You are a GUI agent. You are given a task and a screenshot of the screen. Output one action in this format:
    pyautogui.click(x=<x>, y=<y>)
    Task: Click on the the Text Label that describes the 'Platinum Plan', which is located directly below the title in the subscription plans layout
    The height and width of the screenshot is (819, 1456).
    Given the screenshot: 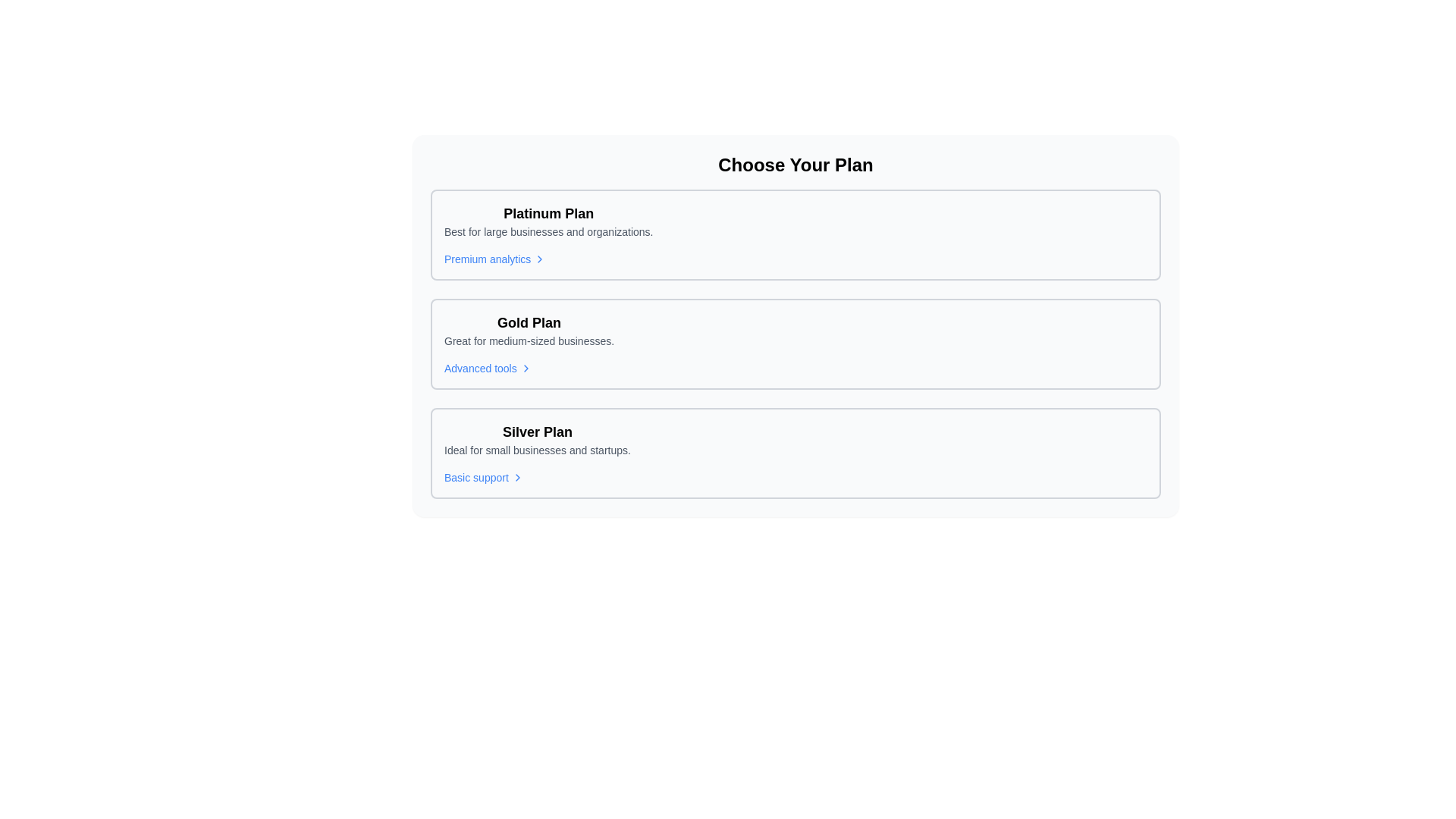 What is the action you would take?
    pyautogui.click(x=548, y=231)
    